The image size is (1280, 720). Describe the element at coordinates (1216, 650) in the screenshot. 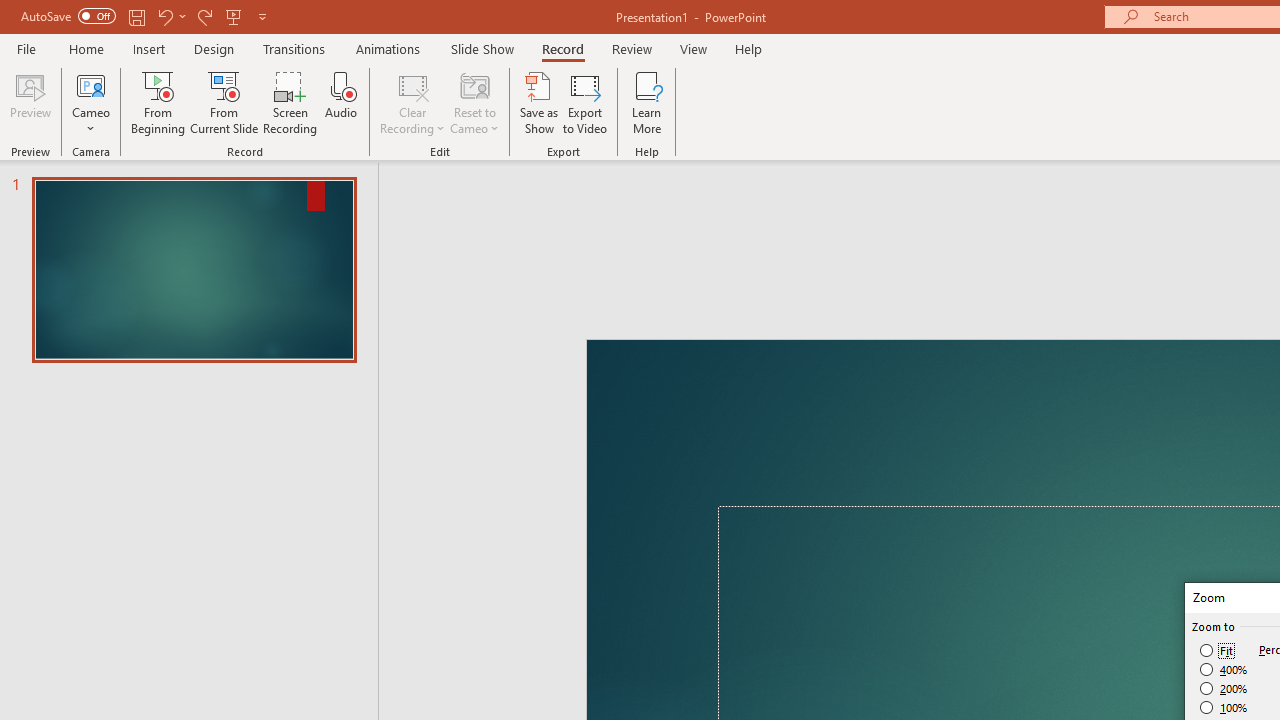

I see `'Fit'` at that location.